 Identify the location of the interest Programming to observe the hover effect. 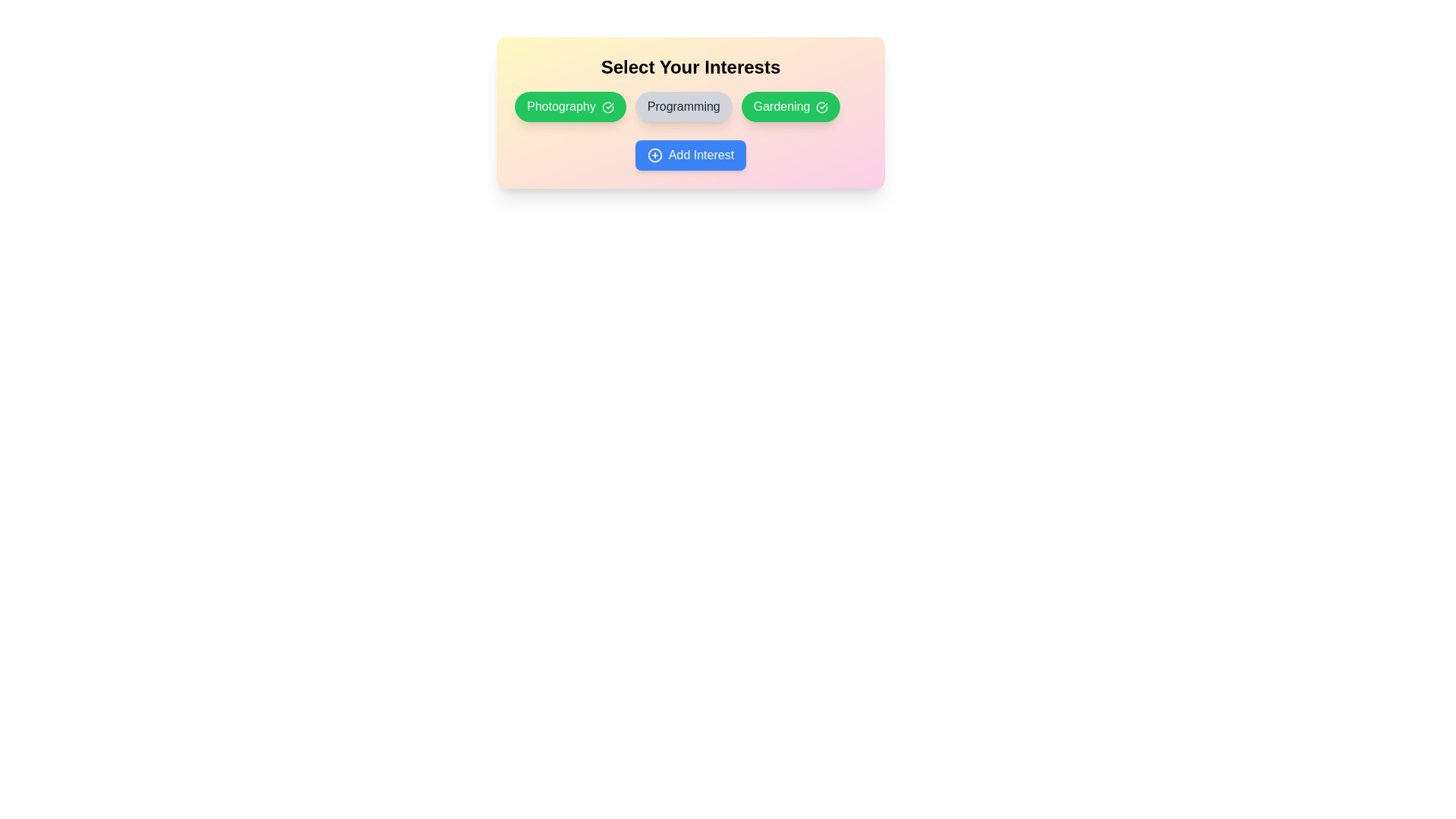
(682, 106).